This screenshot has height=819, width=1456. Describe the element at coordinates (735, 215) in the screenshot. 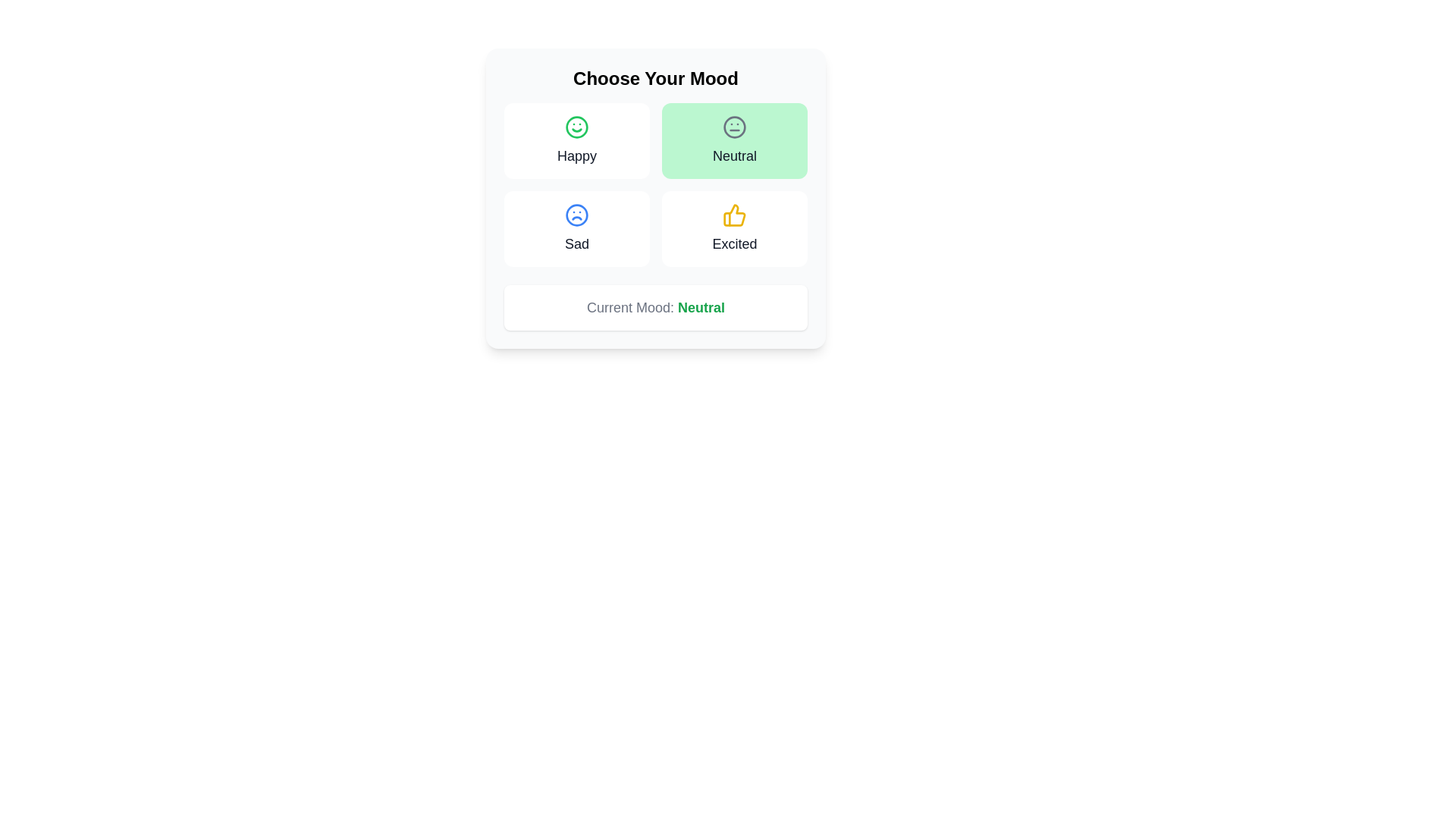

I see `the 'Excited' mood icon located in the bottom-right area of the grid layout, which visually represents the 'Excited' mood option` at that location.